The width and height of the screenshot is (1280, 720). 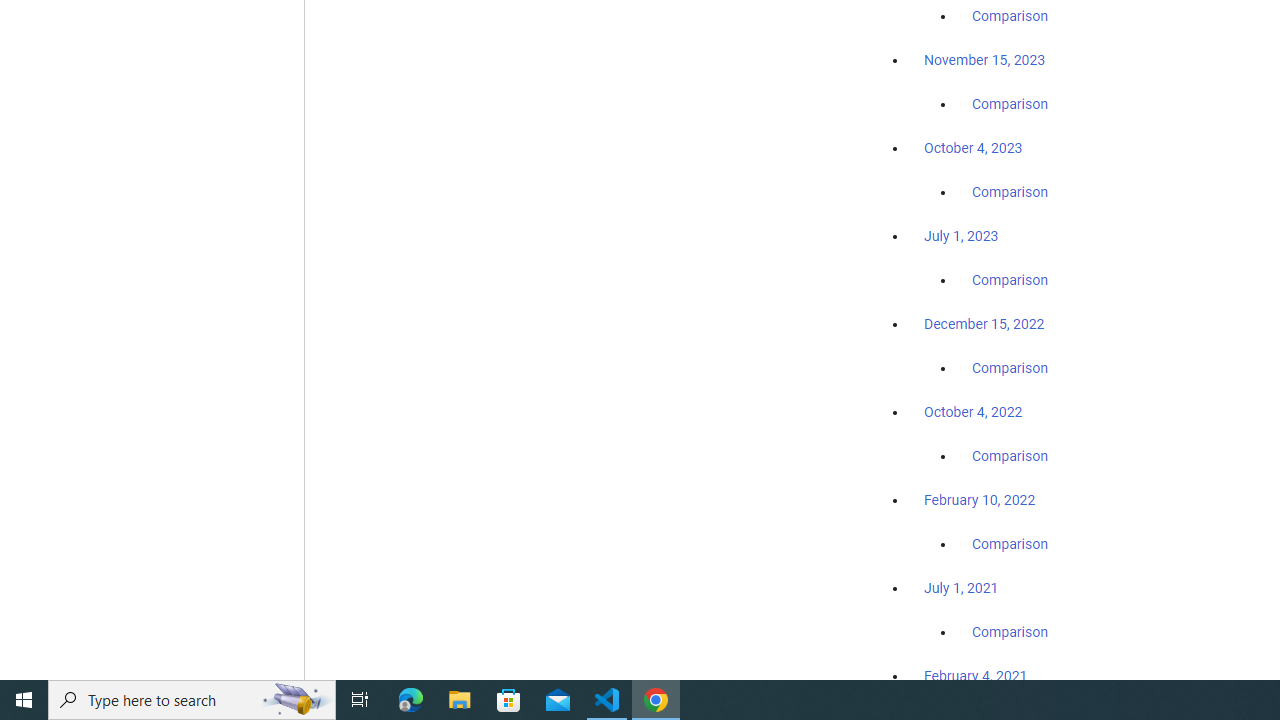 What do you see at coordinates (973, 147) in the screenshot?
I see `'October 4, 2023'` at bounding box center [973, 147].